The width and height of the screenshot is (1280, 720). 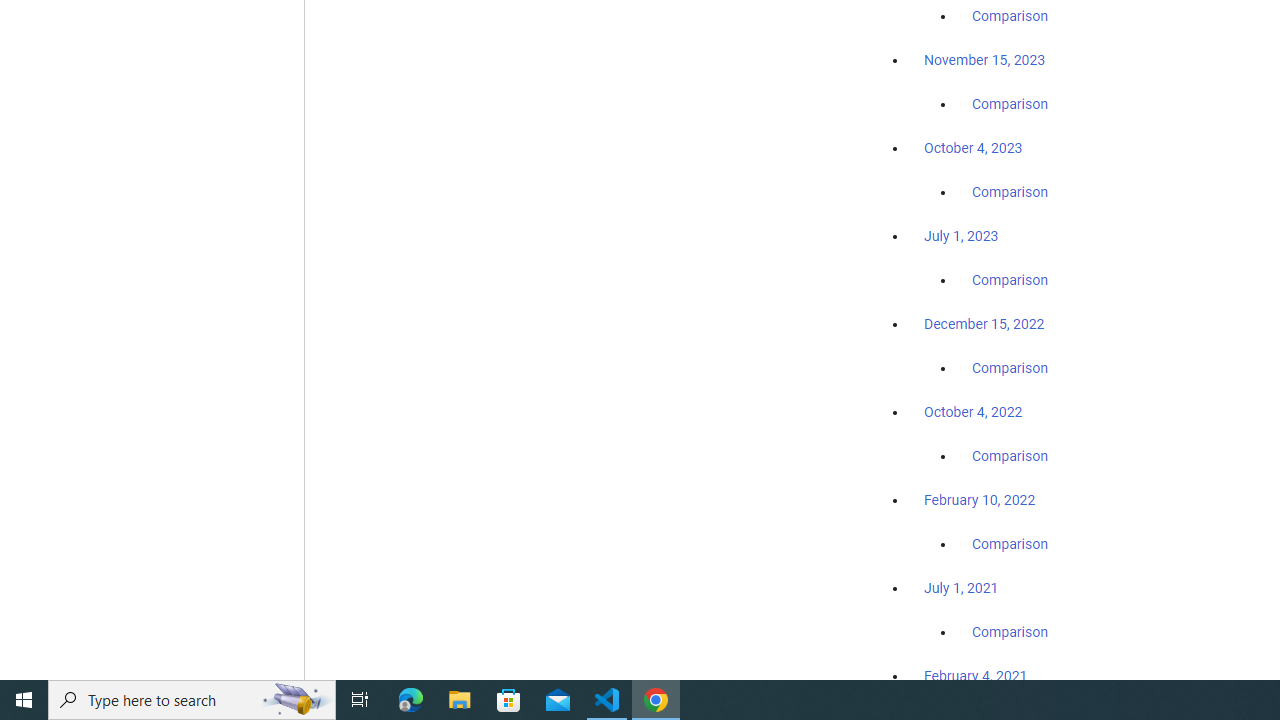 What do you see at coordinates (973, 147) in the screenshot?
I see `'October 4, 2023'` at bounding box center [973, 147].